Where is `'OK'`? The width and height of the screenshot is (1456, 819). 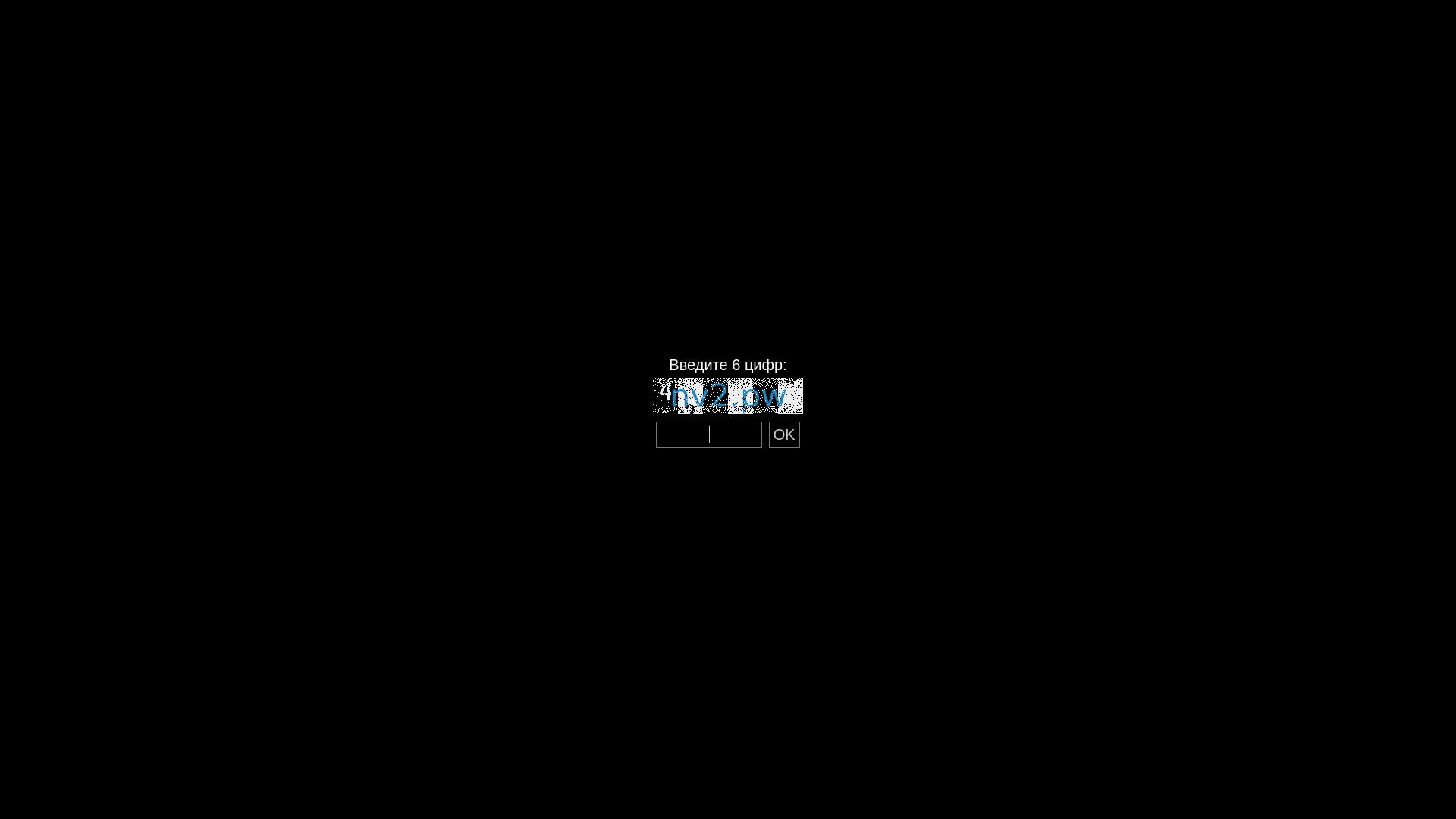
'OK' is located at coordinates (784, 435).